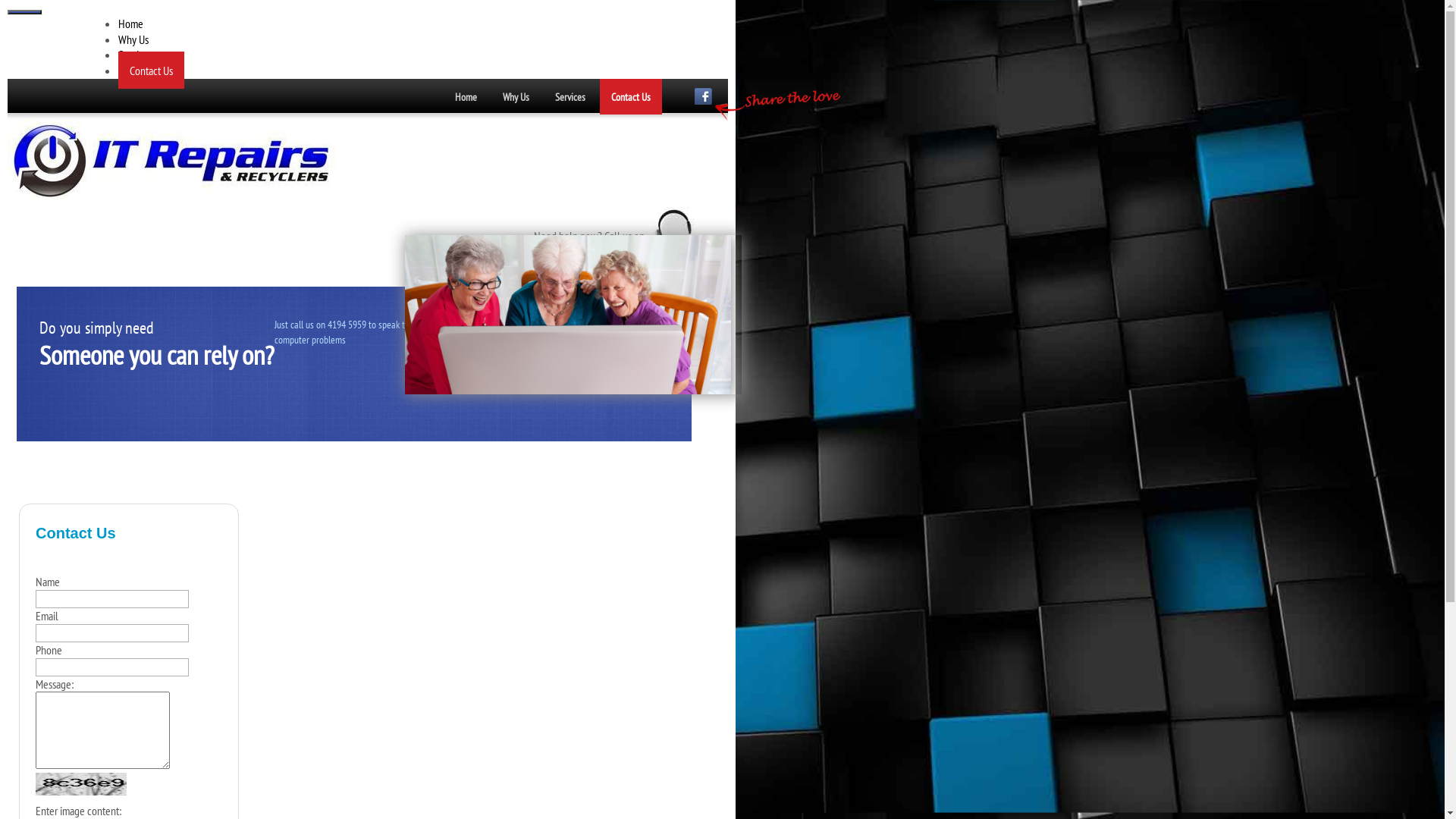  What do you see at coordinates (599, 96) in the screenshot?
I see `'Contact Us'` at bounding box center [599, 96].